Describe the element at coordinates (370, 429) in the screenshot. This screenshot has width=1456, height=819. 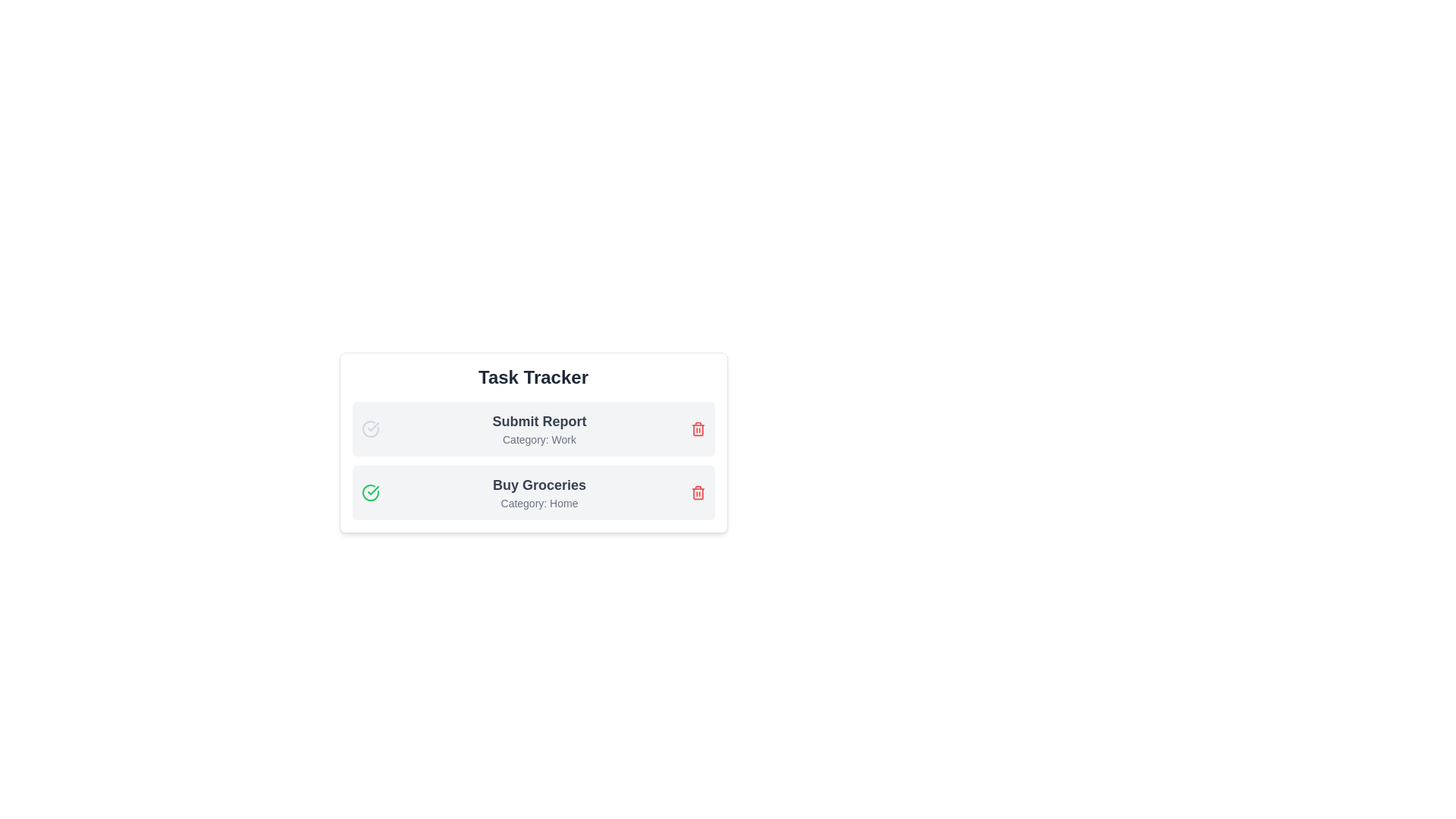
I see `the checkmark icon to toggle the completion status of the task 1` at that location.